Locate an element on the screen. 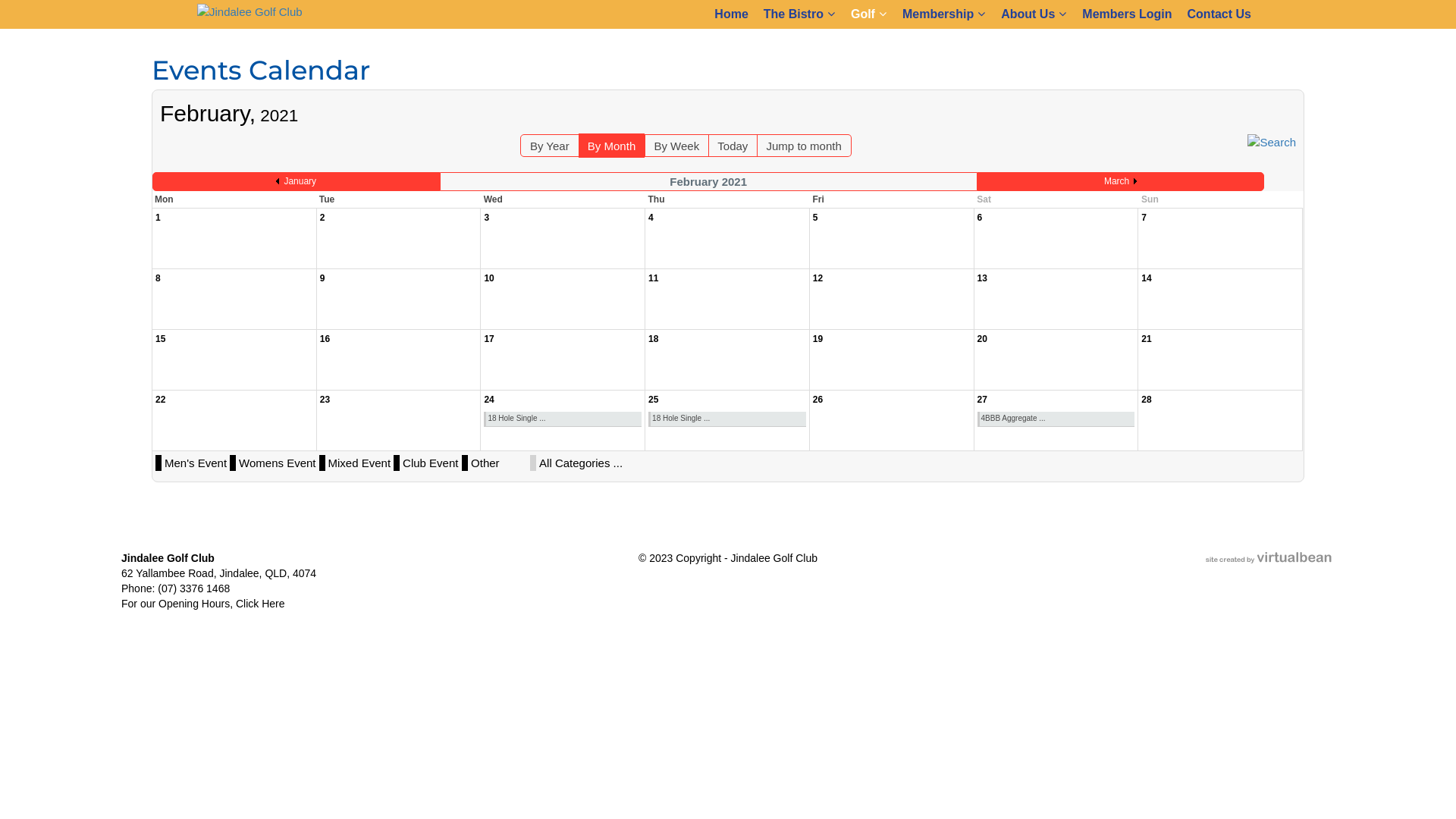  '18 Hole Single ...' is located at coordinates (728, 418).